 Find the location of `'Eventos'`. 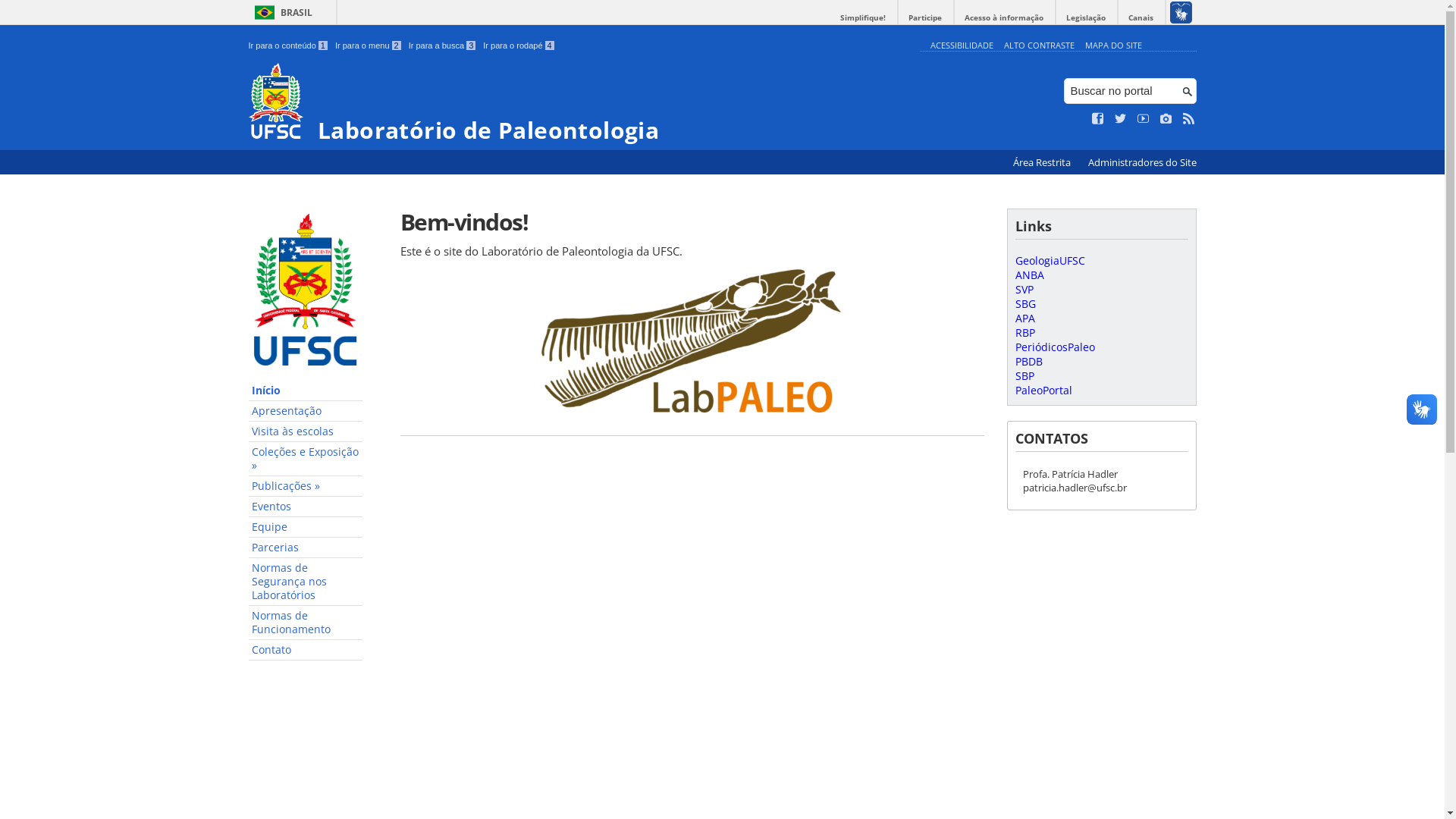

'Eventos' is located at coordinates (305, 507).